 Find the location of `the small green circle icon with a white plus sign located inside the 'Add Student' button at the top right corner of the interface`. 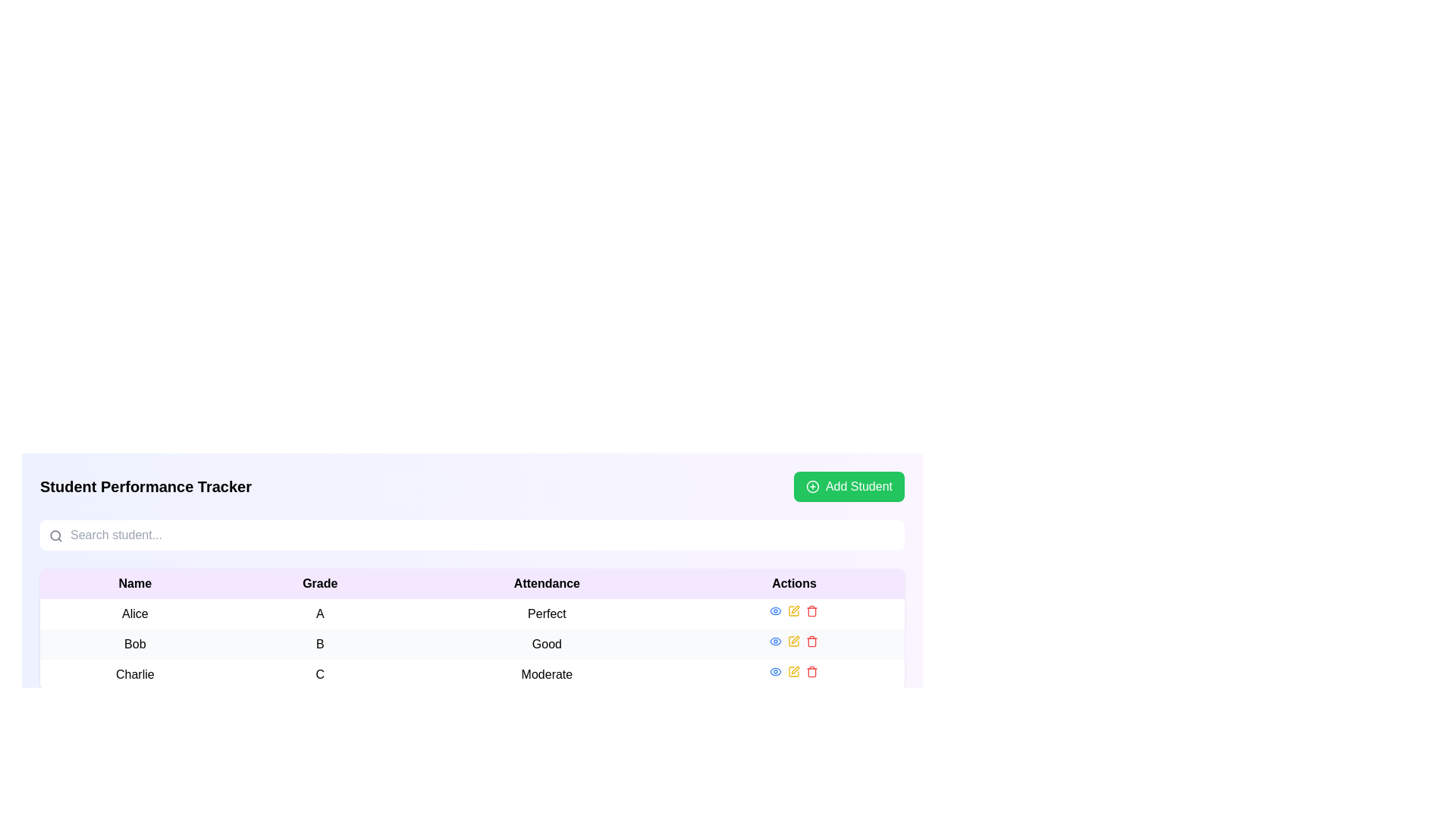

the small green circle icon with a white plus sign located inside the 'Add Student' button at the top right corner of the interface is located at coordinates (811, 486).